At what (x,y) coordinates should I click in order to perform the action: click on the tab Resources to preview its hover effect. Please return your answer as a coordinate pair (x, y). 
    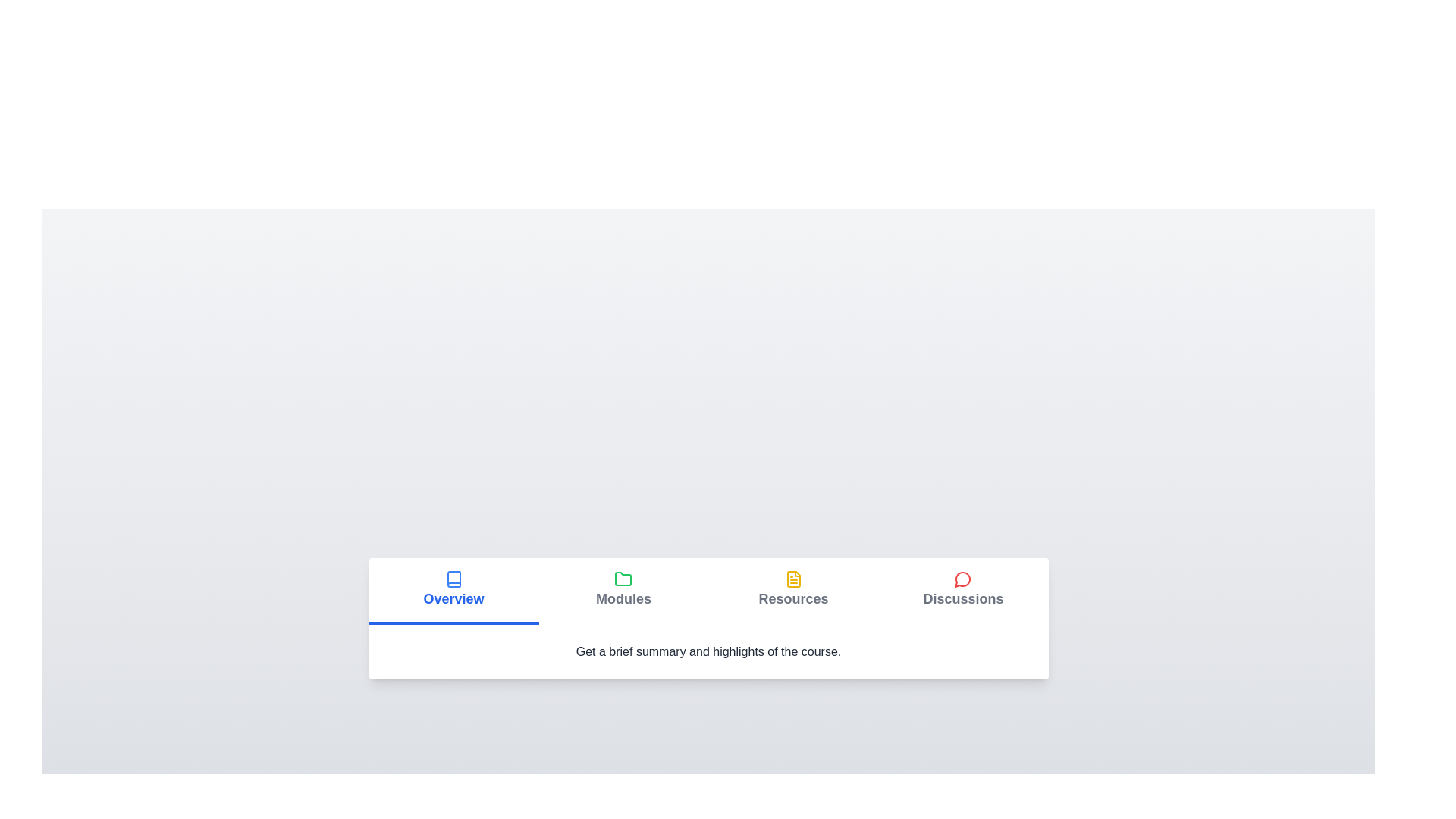
    Looking at the image, I should click on (792, 590).